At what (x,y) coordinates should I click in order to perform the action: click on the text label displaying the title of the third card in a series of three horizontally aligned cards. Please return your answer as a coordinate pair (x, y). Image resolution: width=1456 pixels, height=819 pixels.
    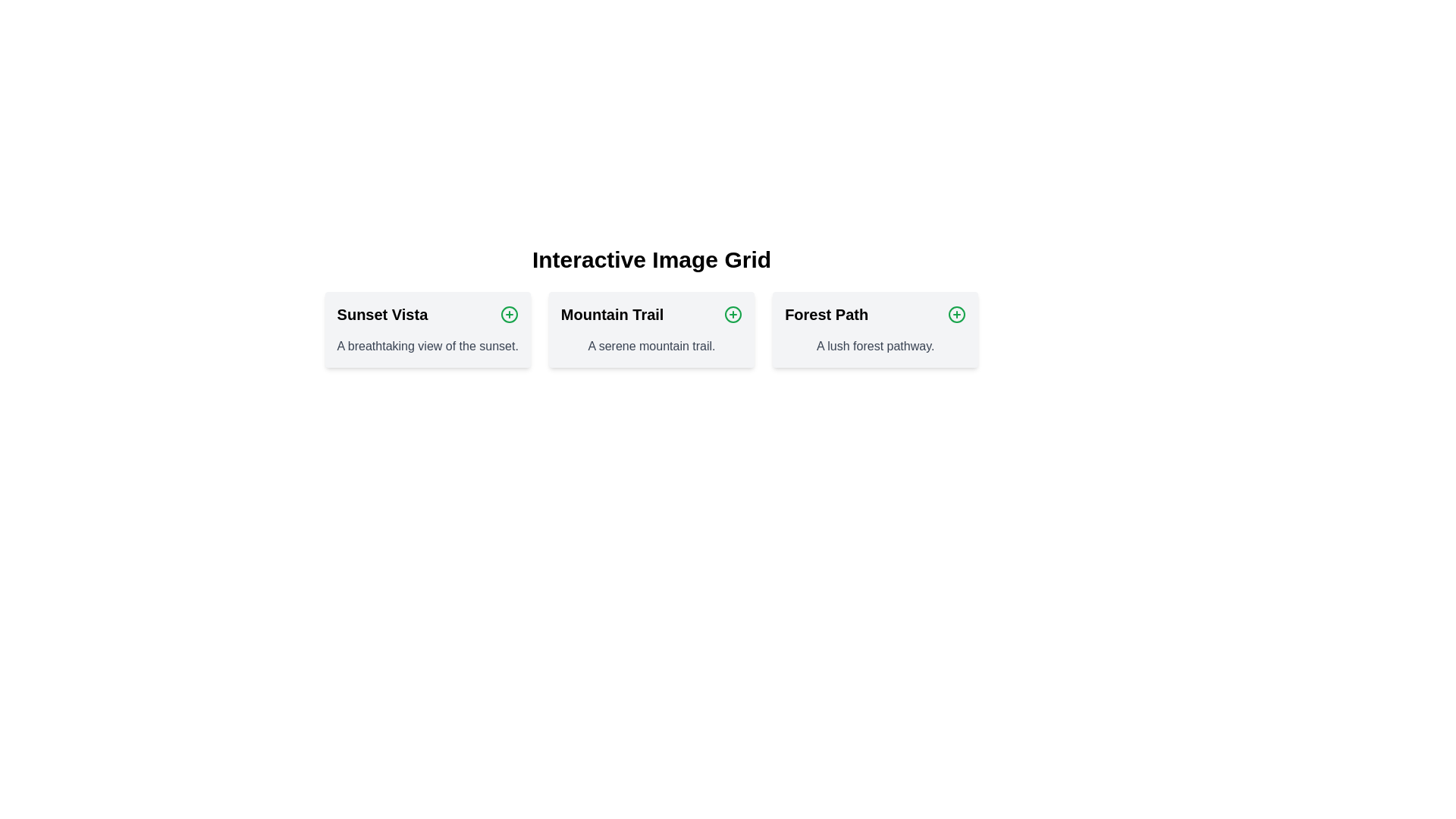
    Looking at the image, I should click on (826, 314).